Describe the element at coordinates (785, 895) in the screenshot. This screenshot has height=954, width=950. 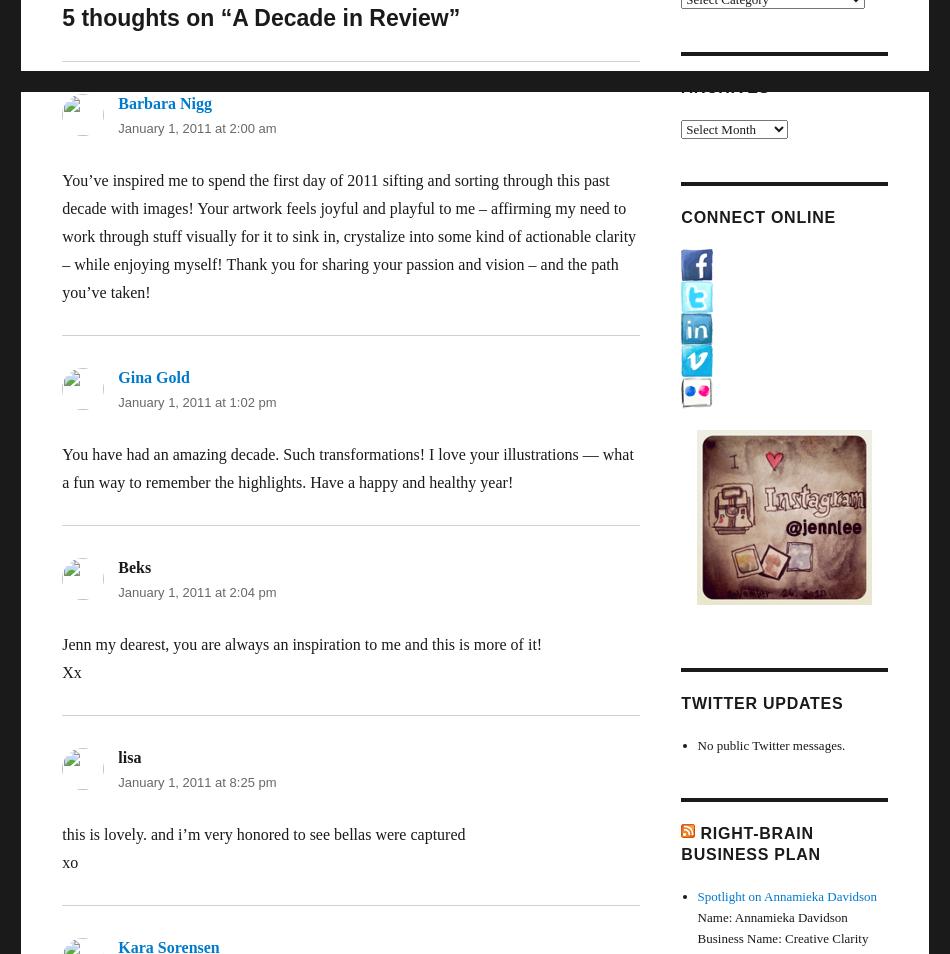
I see `'Spotlight on Annamieka Davidson'` at that location.